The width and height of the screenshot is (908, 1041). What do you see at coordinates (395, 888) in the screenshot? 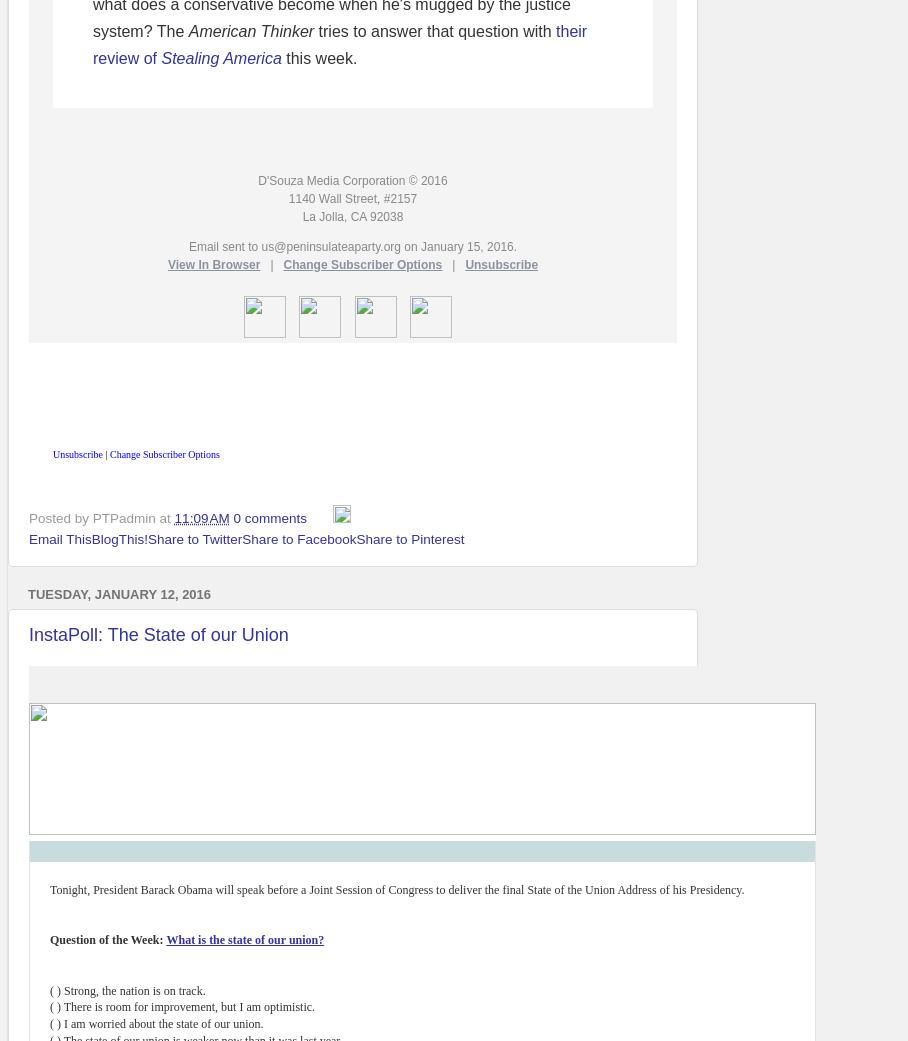
I see `'Tonight, President Barack Obama will speak before a Joint Session of Congress to deliver the final State of the Union Address of his Presidency.'` at bounding box center [395, 888].